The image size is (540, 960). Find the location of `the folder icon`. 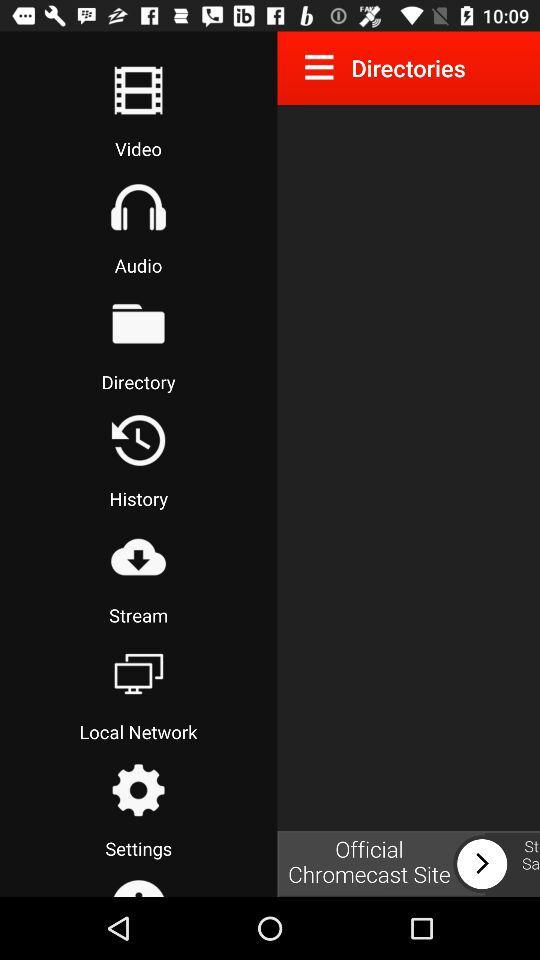

the folder icon is located at coordinates (137, 323).